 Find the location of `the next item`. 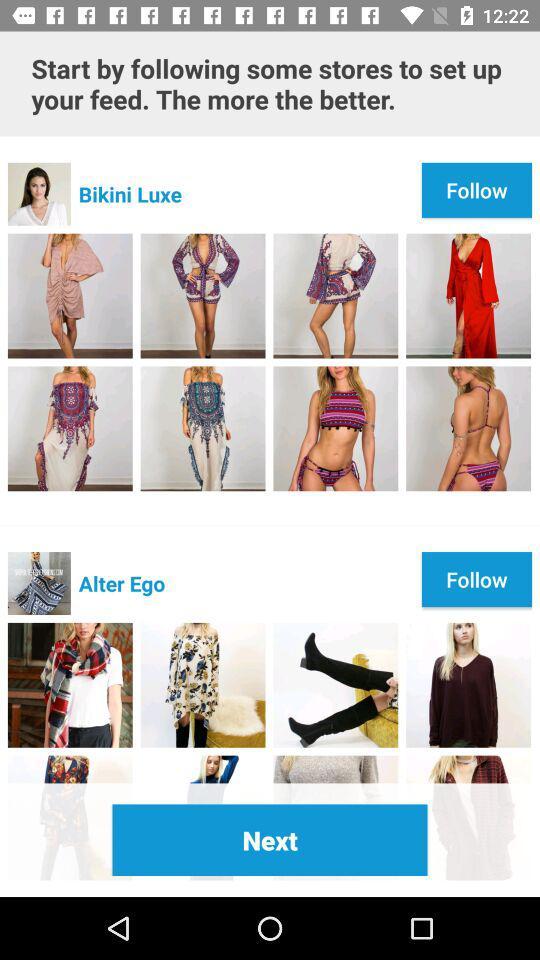

the next item is located at coordinates (270, 840).